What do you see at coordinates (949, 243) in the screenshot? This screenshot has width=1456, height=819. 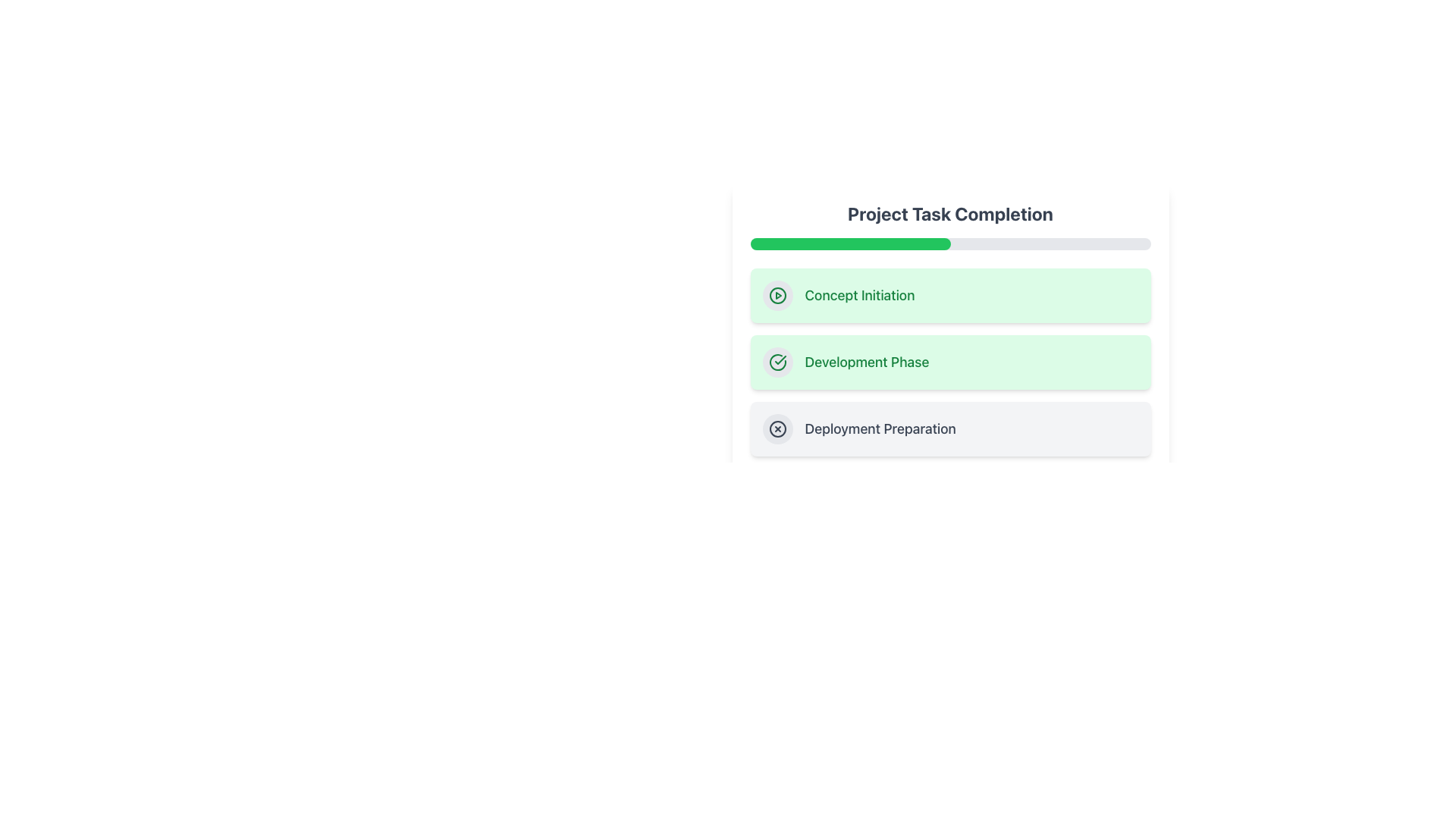 I see `the percentage visual representation of the horizontal progress bar located below the 'Project Task Completion' heading and above the stages list` at bounding box center [949, 243].